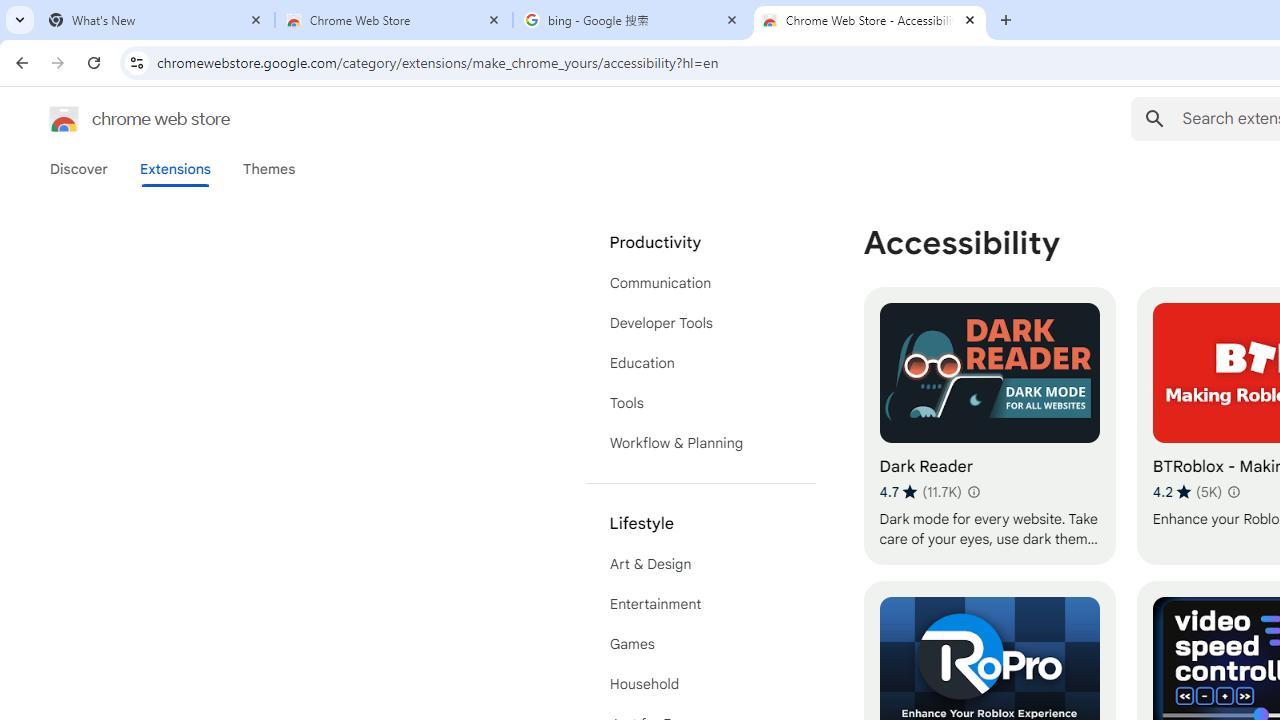 This screenshot has width=1280, height=720. What do you see at coordinates (174, 168) in the screenshot?
I see `'Extensions'` at bounding box center [174, 168].